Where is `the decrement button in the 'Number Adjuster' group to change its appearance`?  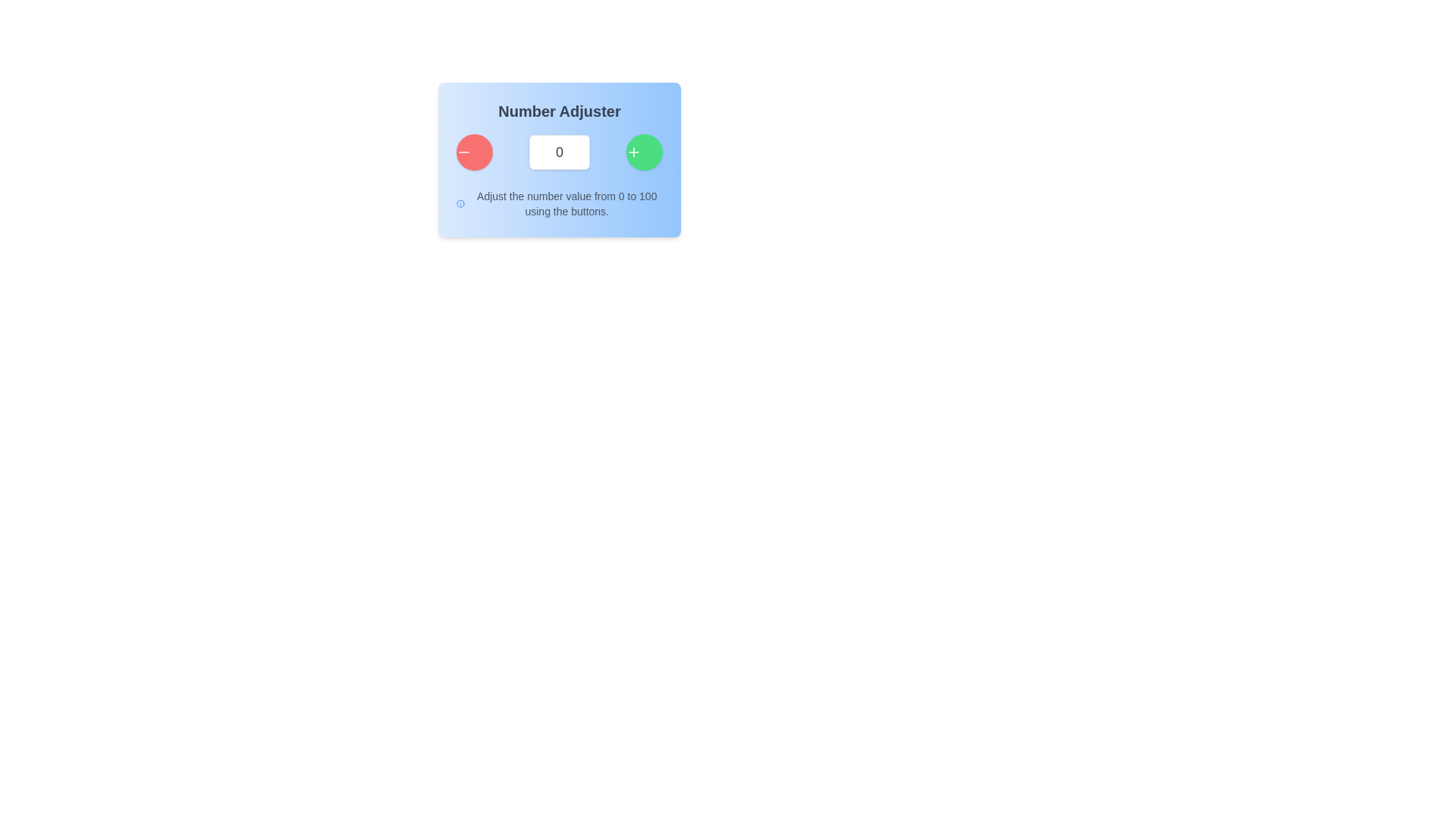
the decrement button in the 'Number Adjuster' group to change its appearance is located at coordinates (473, 152).